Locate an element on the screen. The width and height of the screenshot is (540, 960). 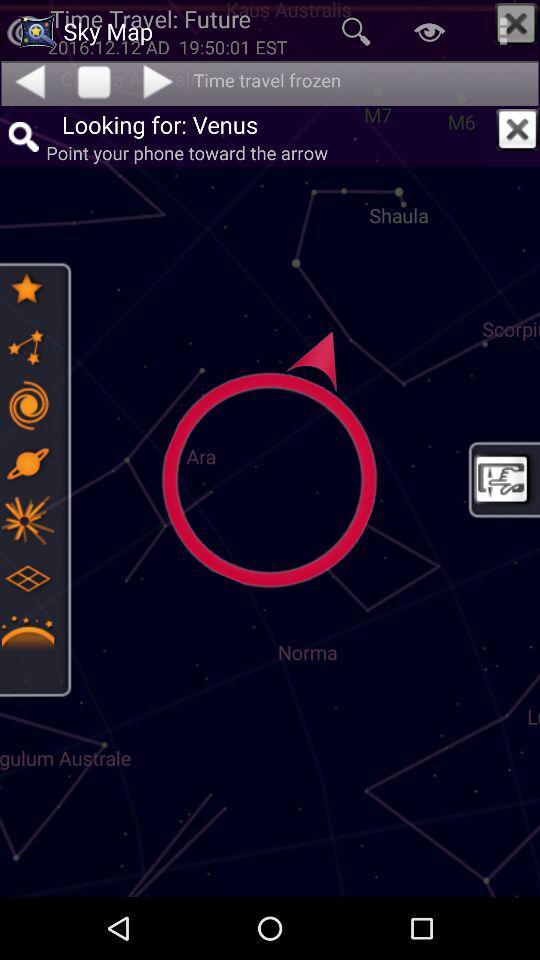
the close icon is located at coordinates (516, 23).